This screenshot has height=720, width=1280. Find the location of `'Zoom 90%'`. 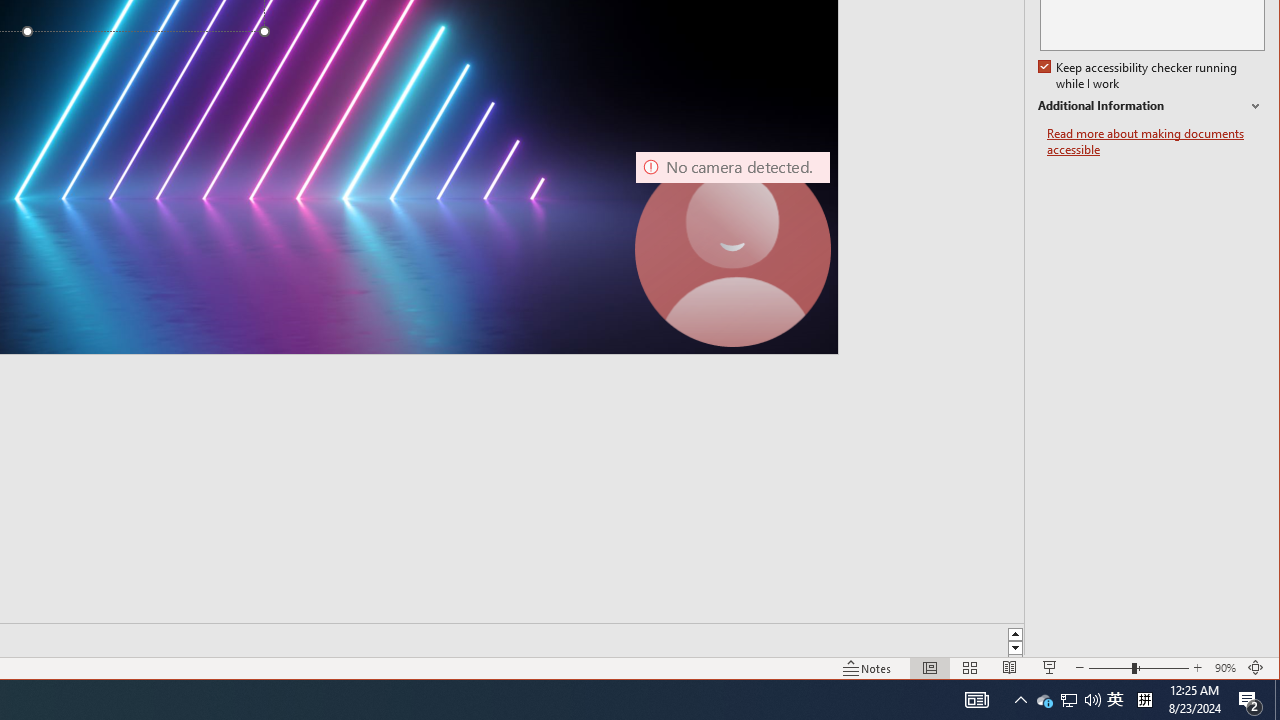

'Zoom 90%' is located at coordinates (1224, 668).